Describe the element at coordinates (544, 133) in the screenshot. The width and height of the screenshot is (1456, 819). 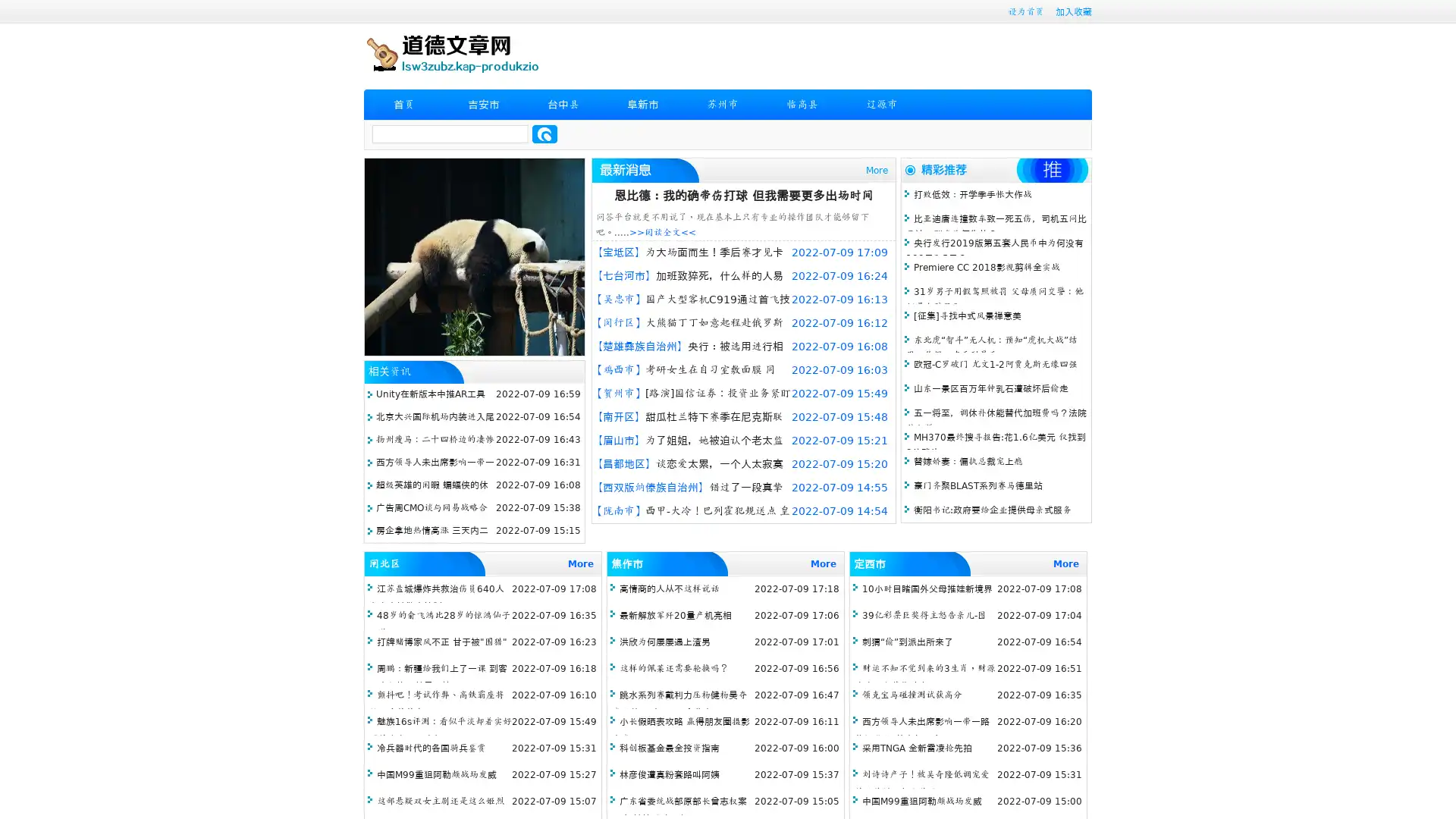
I see `Search` at that location.